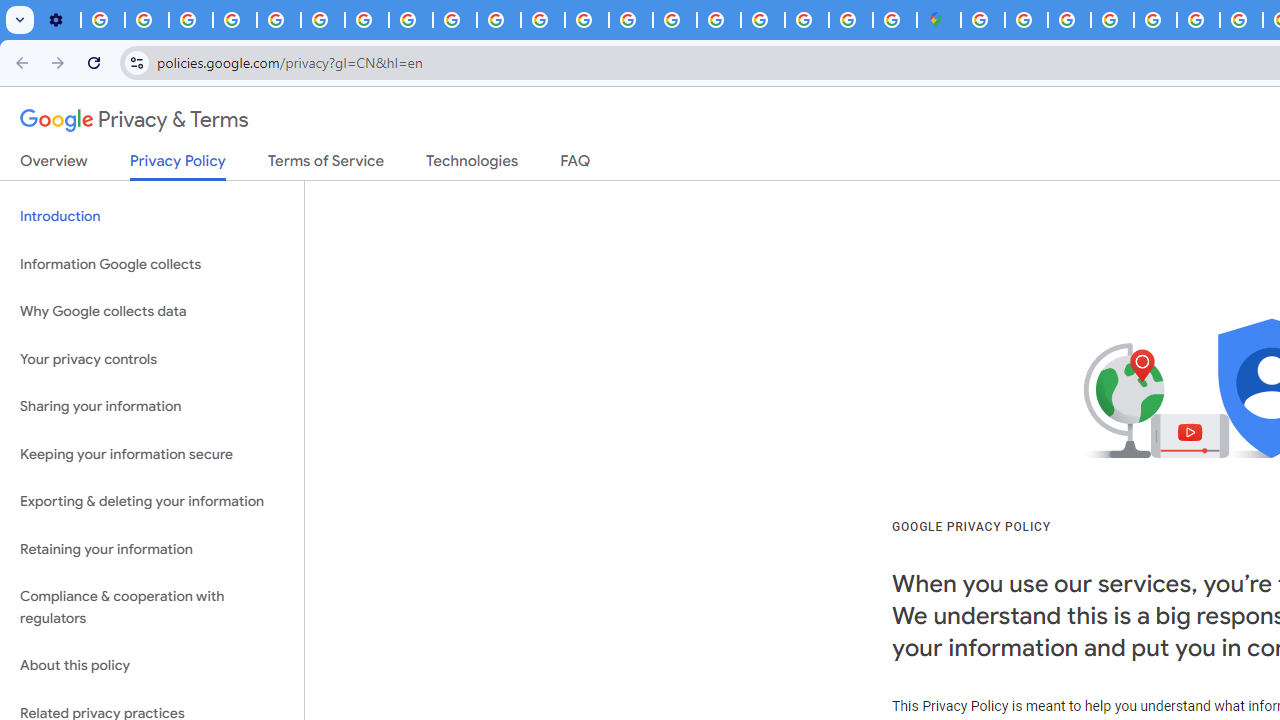  What do you see at coordinates (102, 20) in the screenshot?
I see `'Delete photos & videos - Computer - Google Photos Help'` at bounding box center [102, 20].